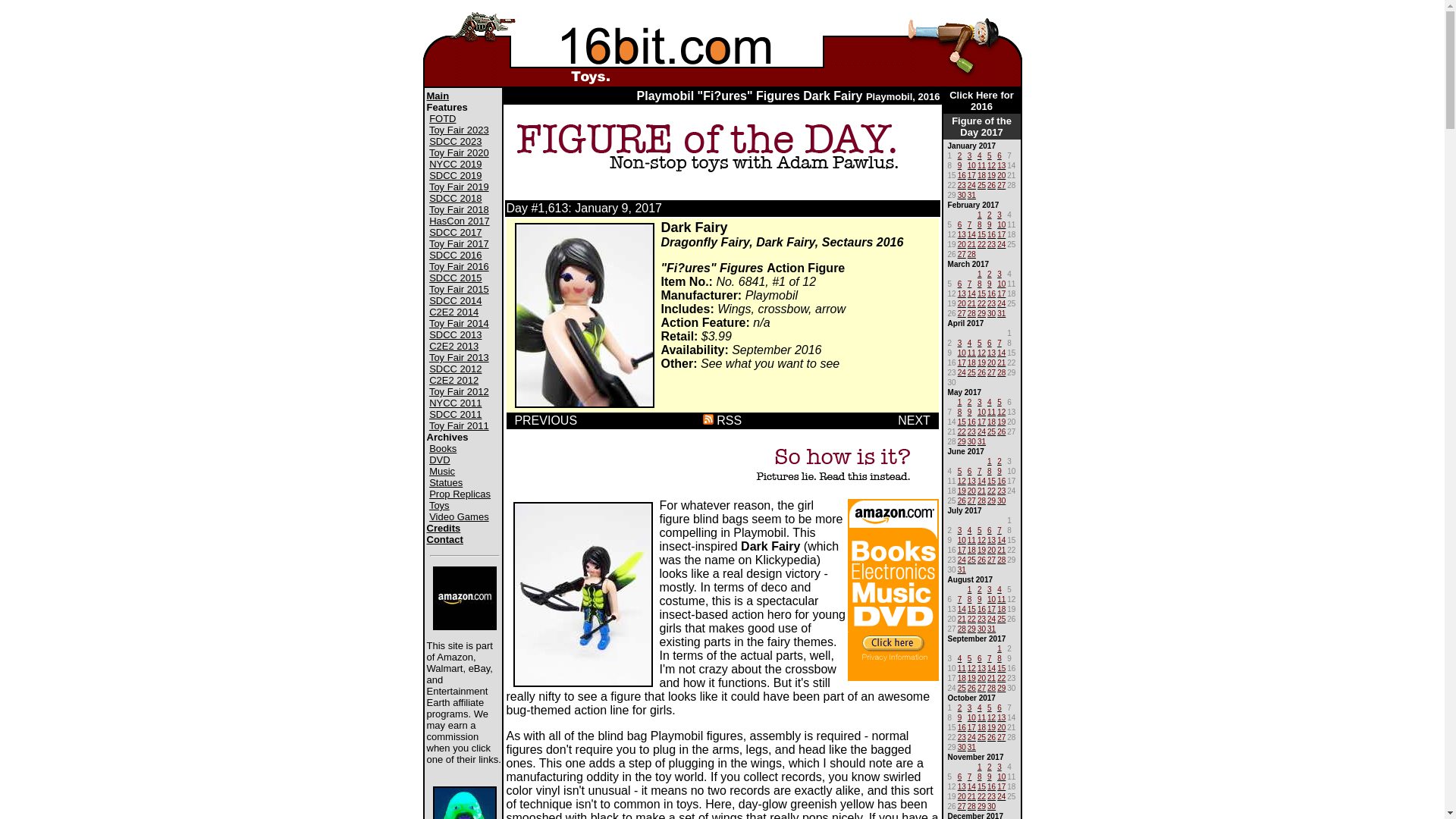  Describe the element at coordinates (971, 785) in the screenshot. I see `'14'` at that location.